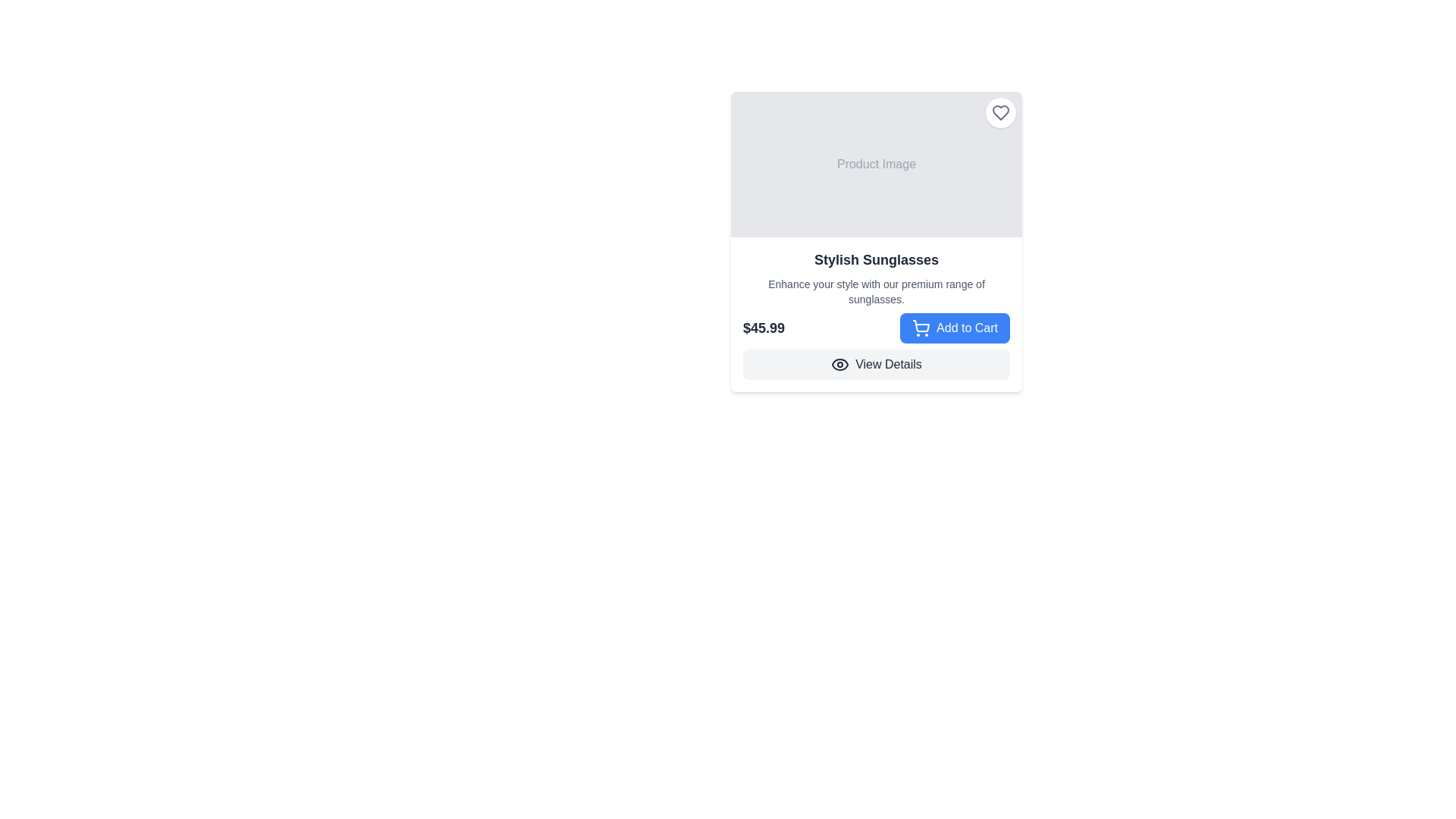 This screenshot has width=1456, height=819. Describe the element at coordinates (839, 365) in the screenshot. I see `the 'View Details' button by clicking on the eye icon located at the left margin of the button` at that location.